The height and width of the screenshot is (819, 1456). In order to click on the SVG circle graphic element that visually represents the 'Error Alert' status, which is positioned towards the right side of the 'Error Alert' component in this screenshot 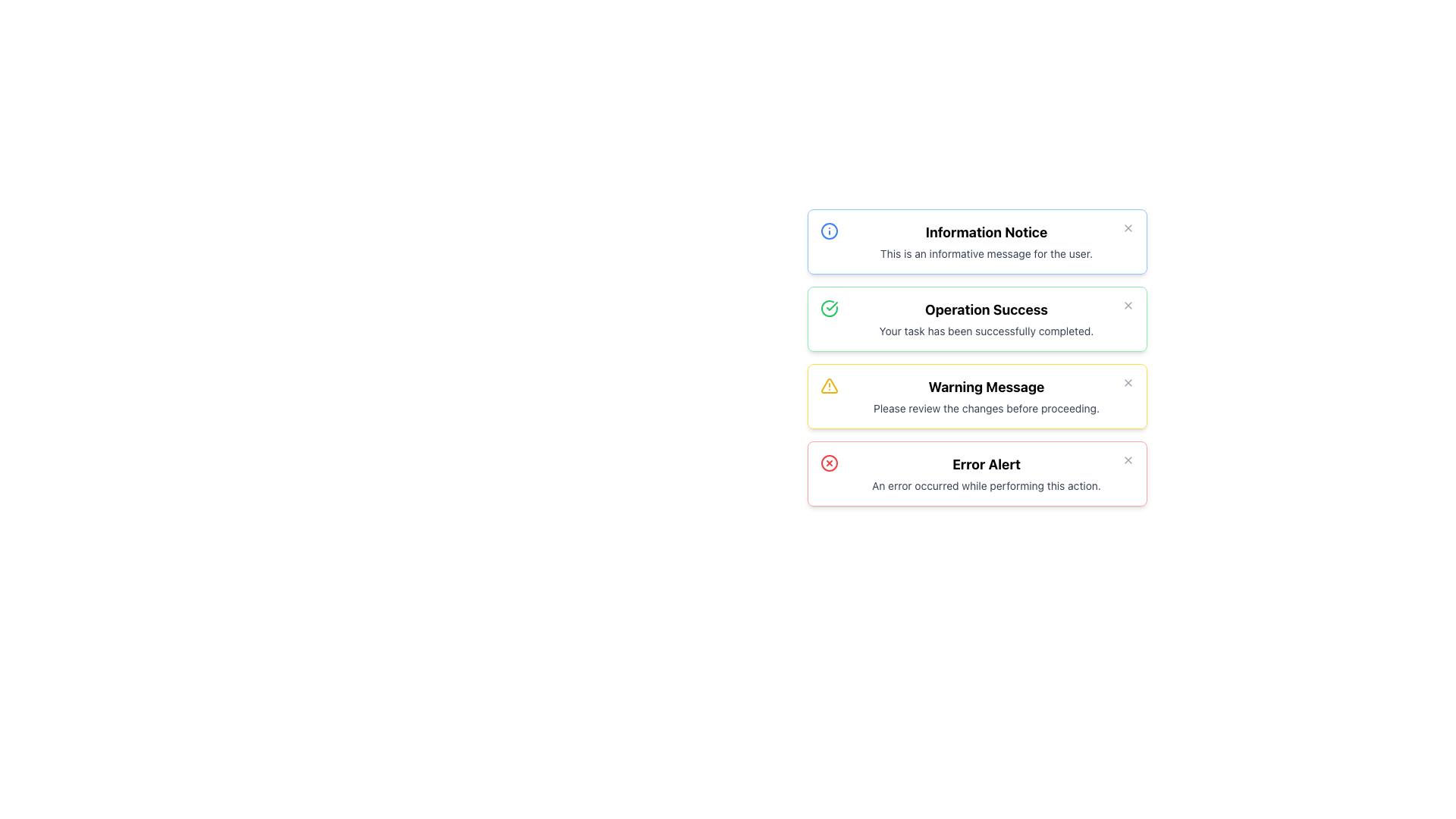, I will do `click(829, 462)`.